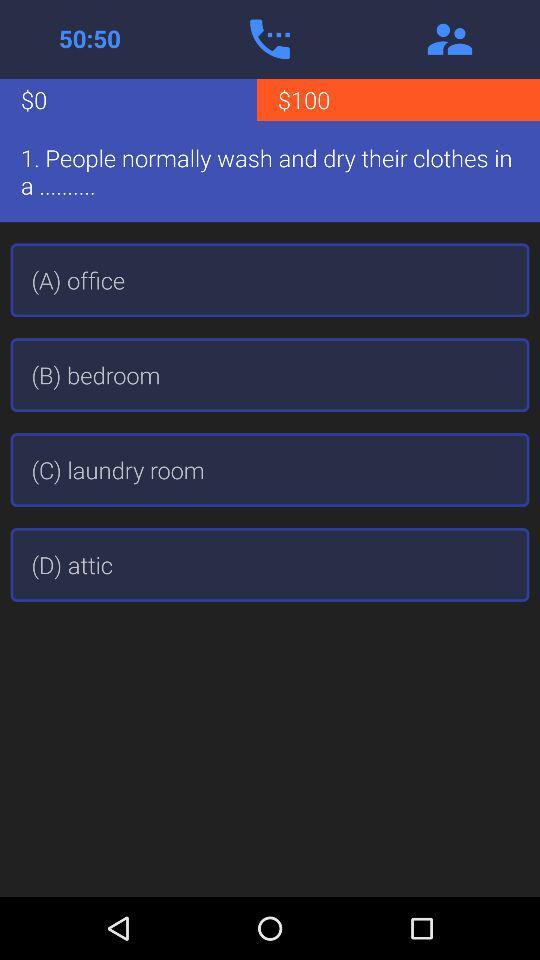  Describe the element at coordinates (270, 38) in the screenshot. I see `the app above the $0` at that location.